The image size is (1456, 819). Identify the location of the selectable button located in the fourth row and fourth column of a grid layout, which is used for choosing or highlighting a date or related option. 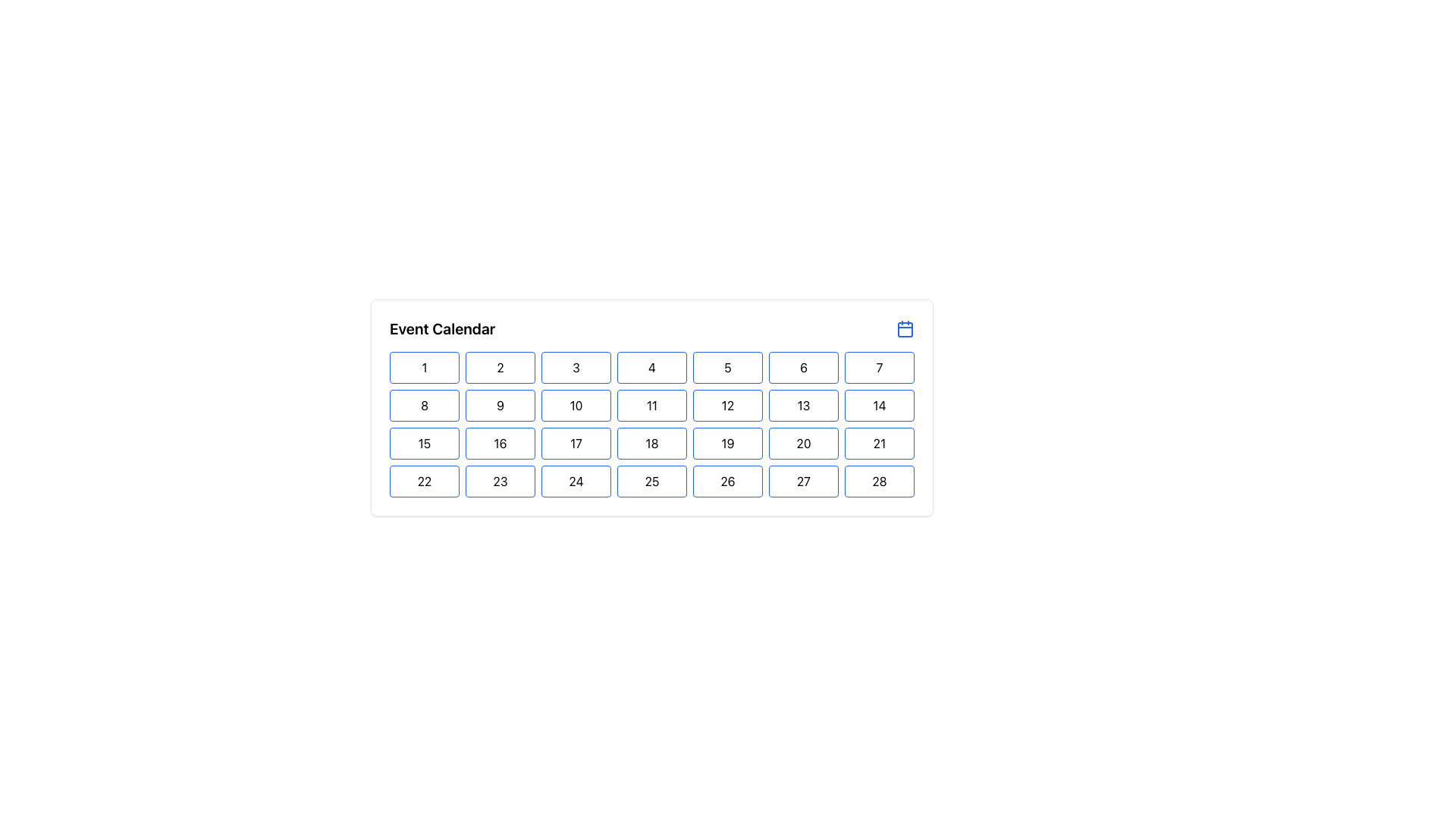
(651, 482).